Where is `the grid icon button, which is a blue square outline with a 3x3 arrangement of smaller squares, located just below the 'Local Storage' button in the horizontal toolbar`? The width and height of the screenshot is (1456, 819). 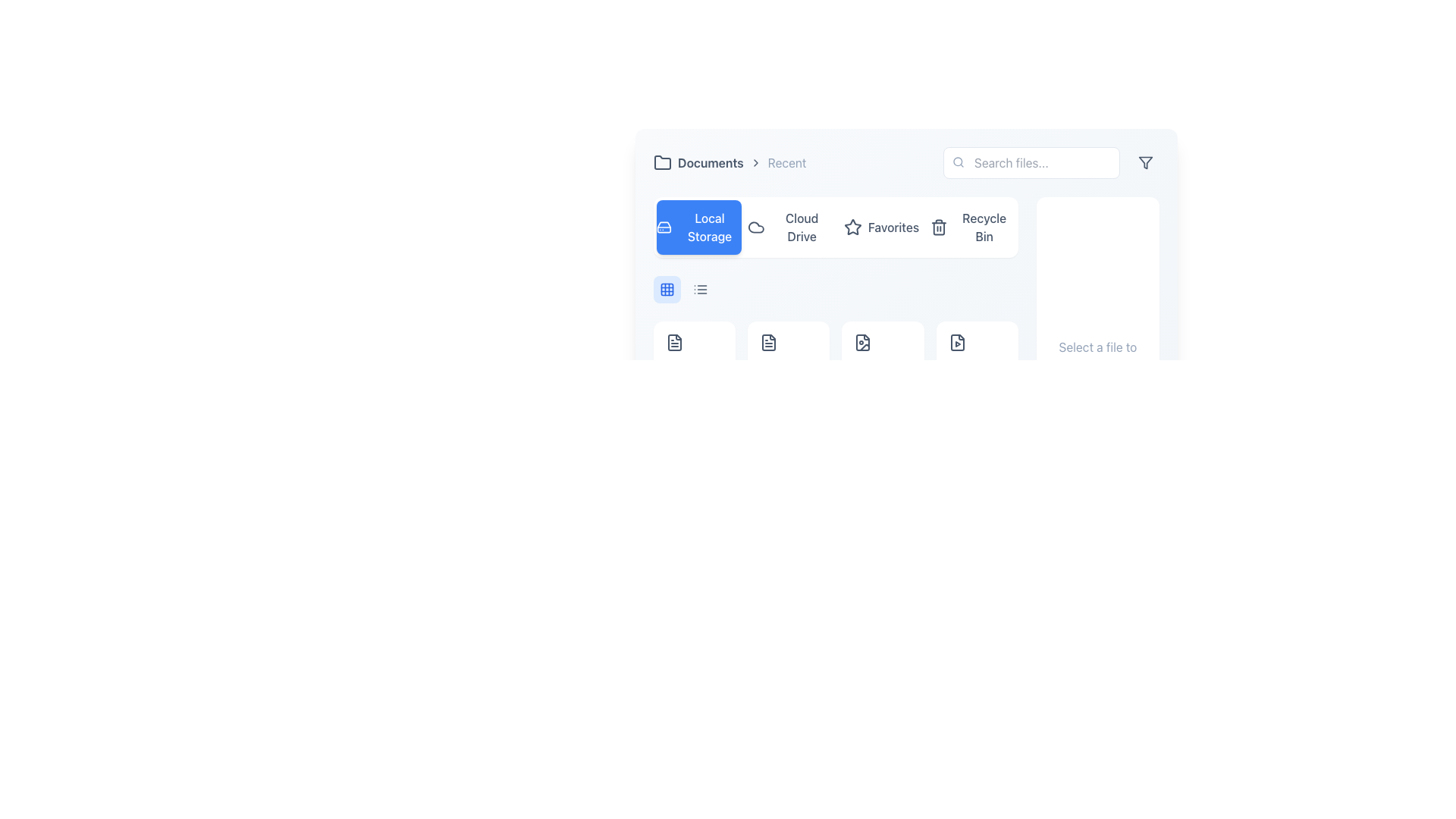 the grid icon button, which is a blue square outline with a 3x3 arrangement of smaller squares, located just below the 'Local Storage' button in the horizontal toolbar is located at coordinates (667, 289).